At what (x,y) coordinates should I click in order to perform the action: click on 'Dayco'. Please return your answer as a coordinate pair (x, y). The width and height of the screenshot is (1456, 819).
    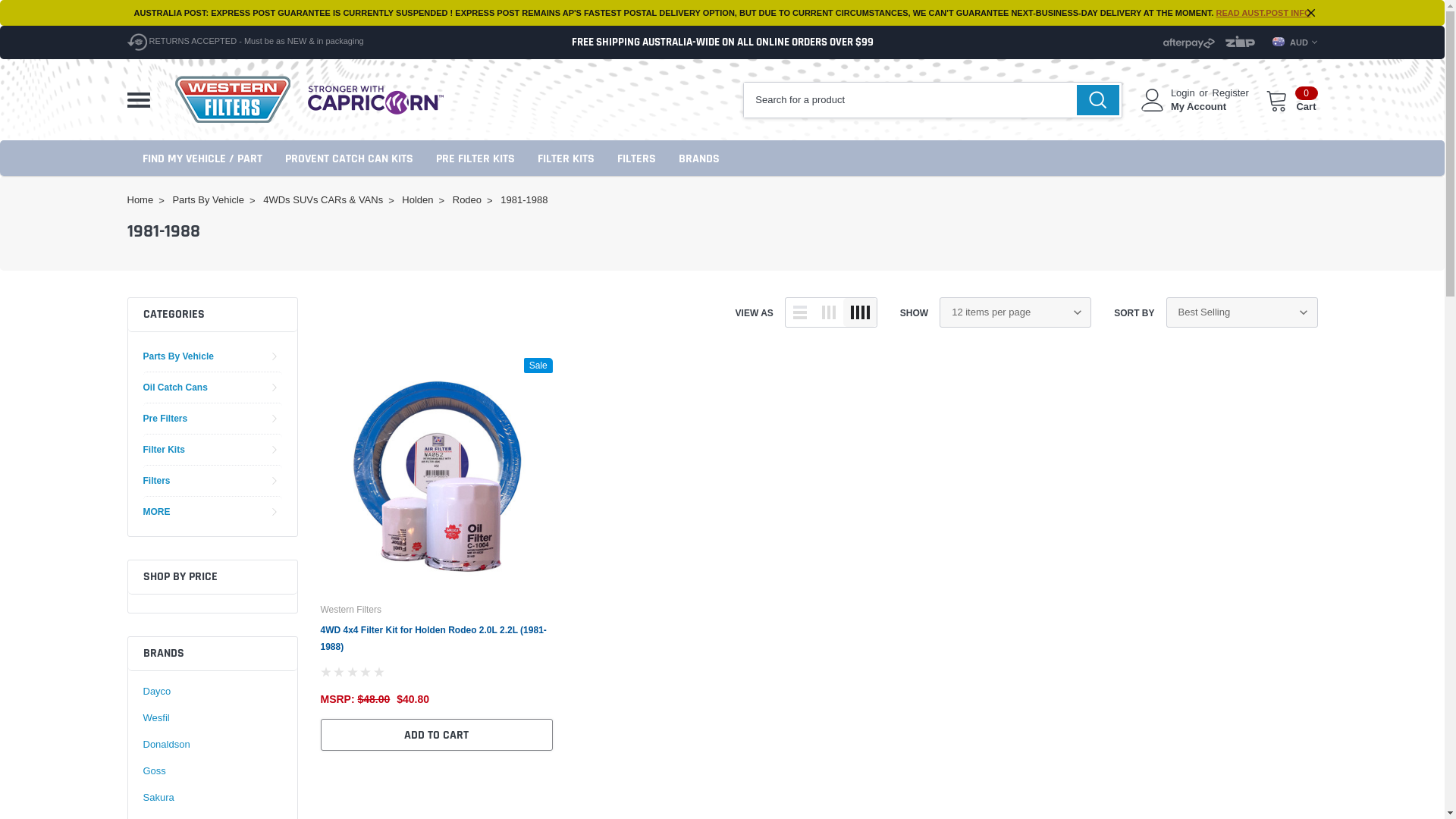
    Looking at the image, I should click on (156, 690).